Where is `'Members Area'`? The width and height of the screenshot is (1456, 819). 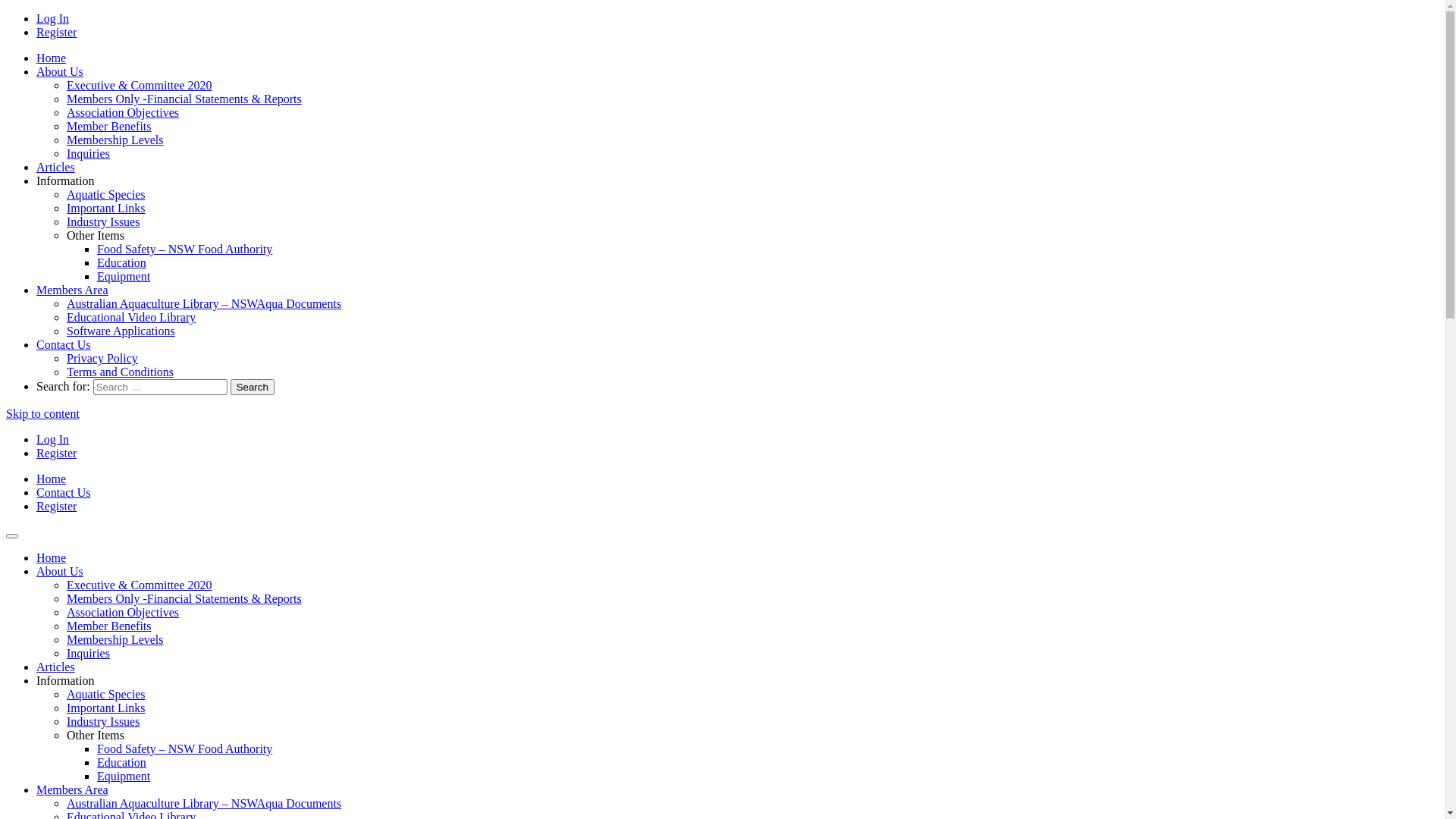
'Members Area' is located at coordinates (71, 789).